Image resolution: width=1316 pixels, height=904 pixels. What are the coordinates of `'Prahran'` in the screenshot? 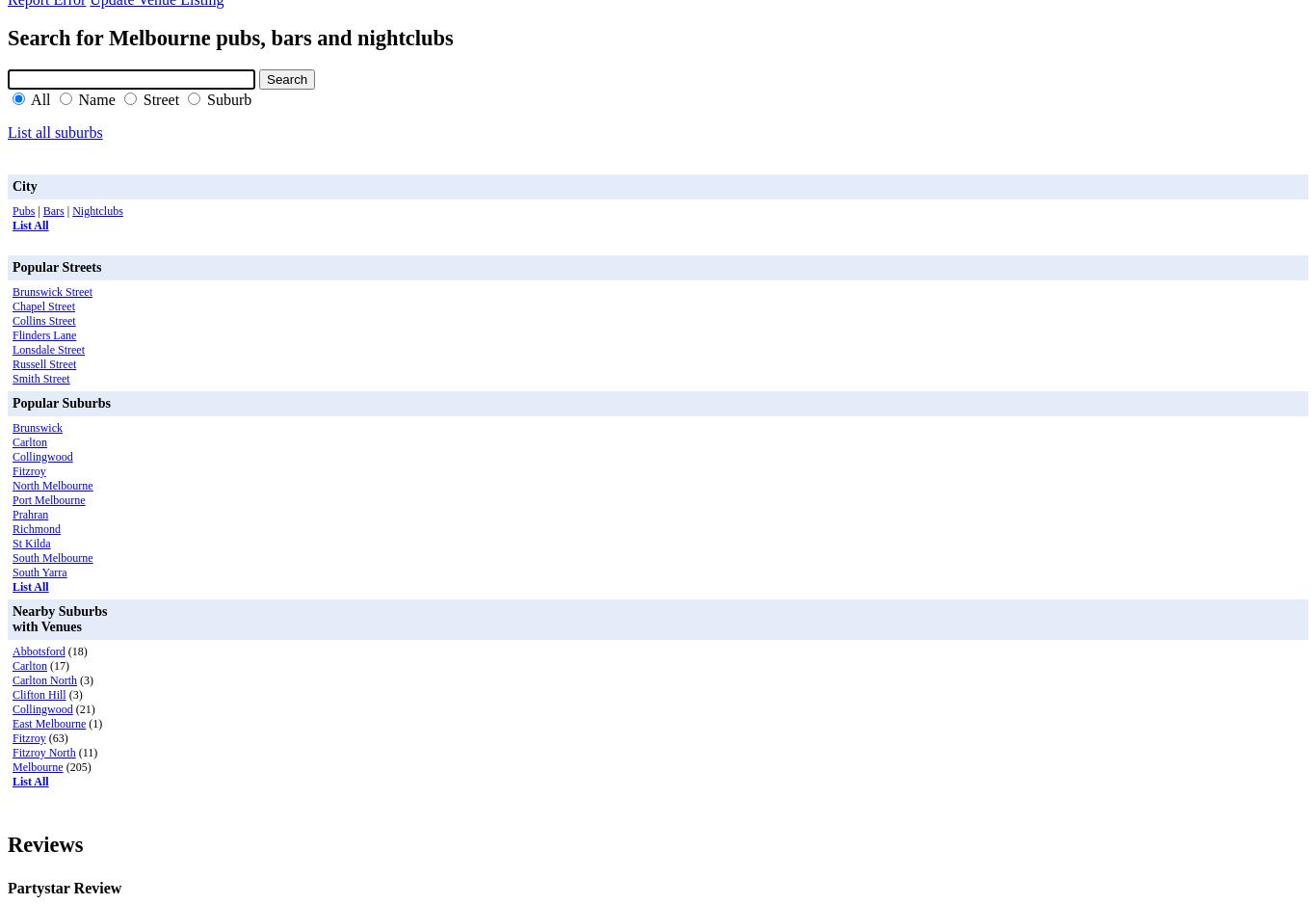 It's located at (30, 512).